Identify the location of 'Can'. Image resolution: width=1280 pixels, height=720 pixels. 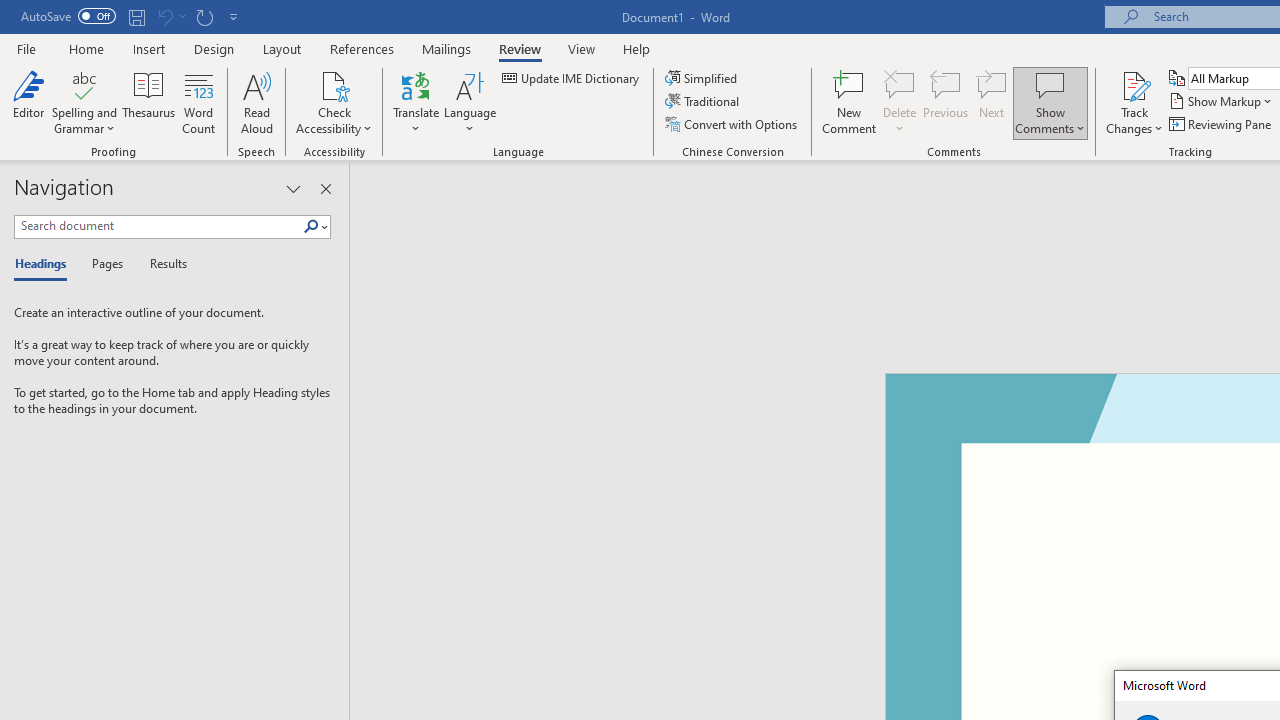
(164, 16).